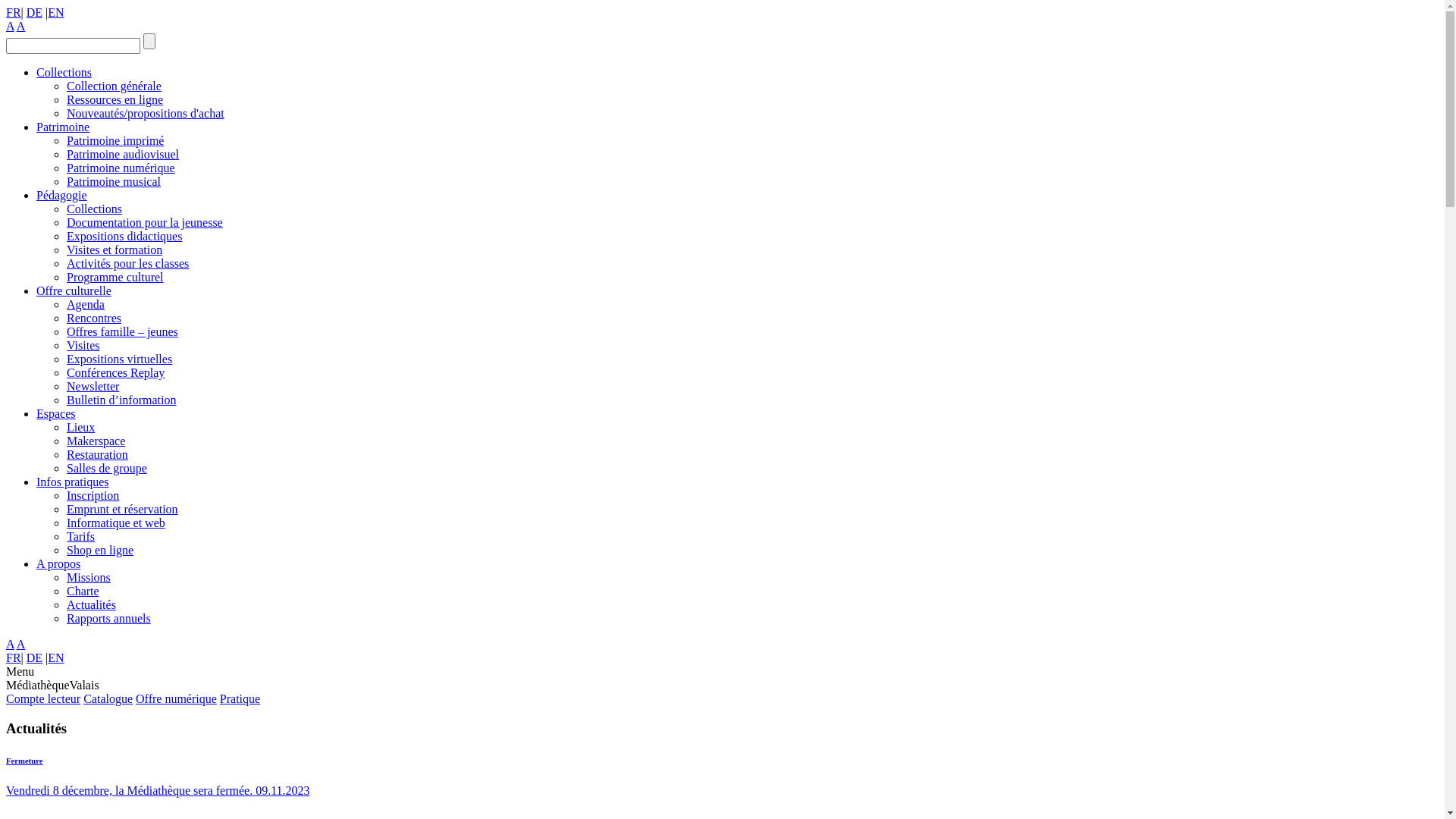 Image resolution: width=1456 pixels, height=819 pixels. What do you see at coordinates (123, 154) in the screenshot?
I see `'Patrimoine audiovisuel'` at bounding box center [123, 154].